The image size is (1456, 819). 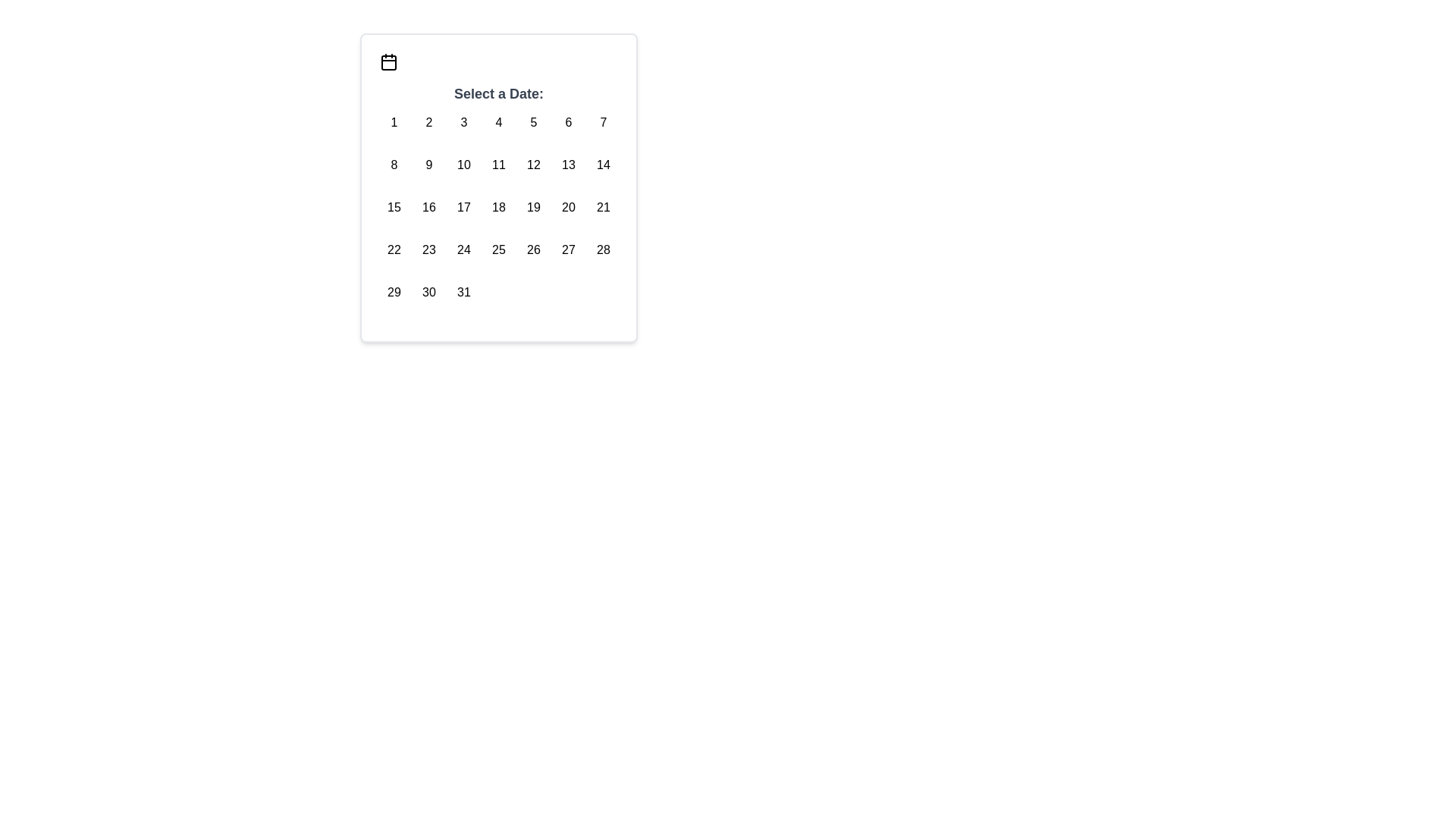 I want to click on the button displaying '24' in a rounded rectangle, so click(x=463, y=249).